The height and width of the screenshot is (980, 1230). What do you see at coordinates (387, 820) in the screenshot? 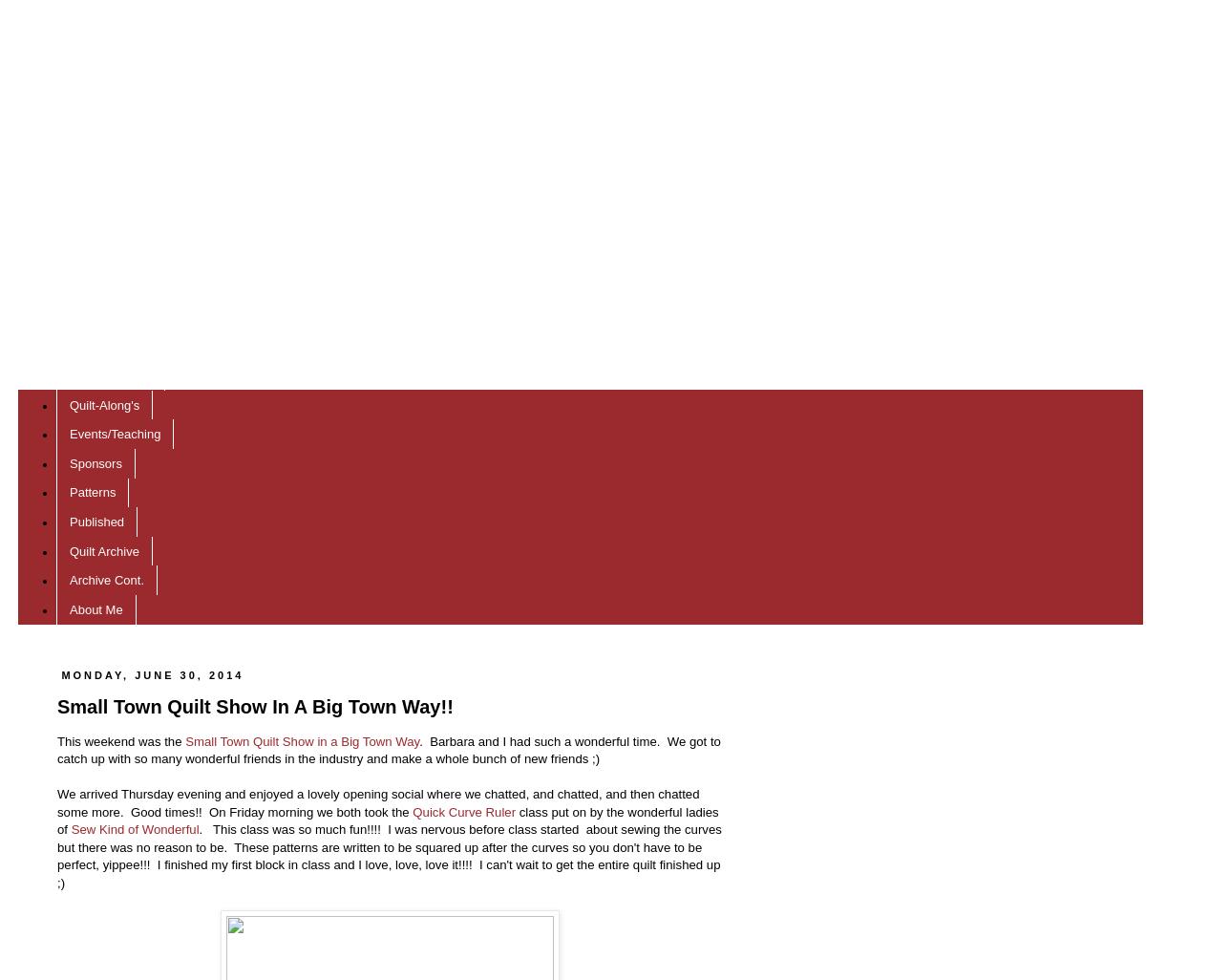
I see `'class put on by the wonderful ladies of'` at bounding box center [387, 820].